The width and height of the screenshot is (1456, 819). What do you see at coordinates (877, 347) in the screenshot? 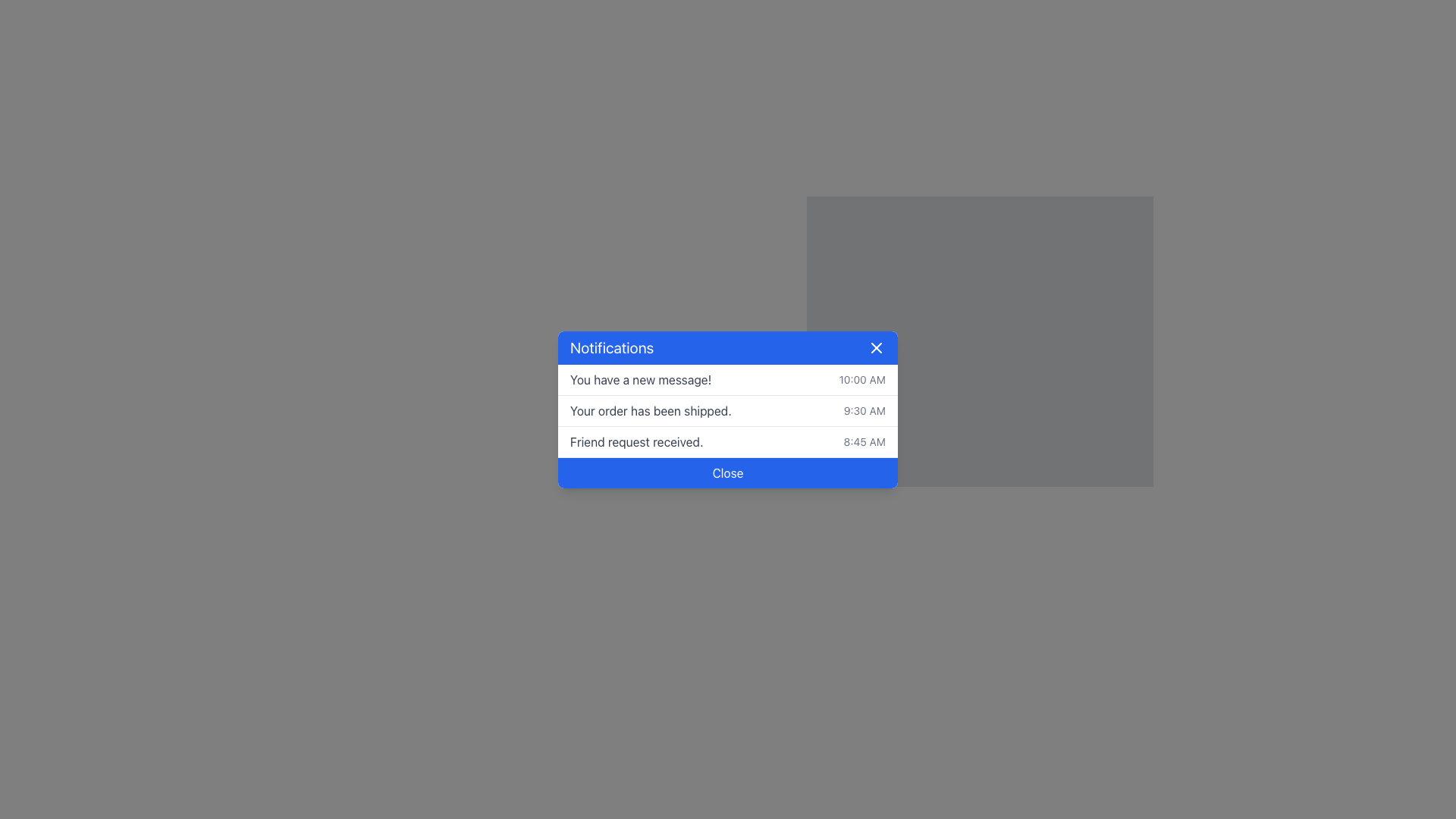
I see `the close button located in the top-right corner of the blue notification modal` at bounding box center [877, 347].